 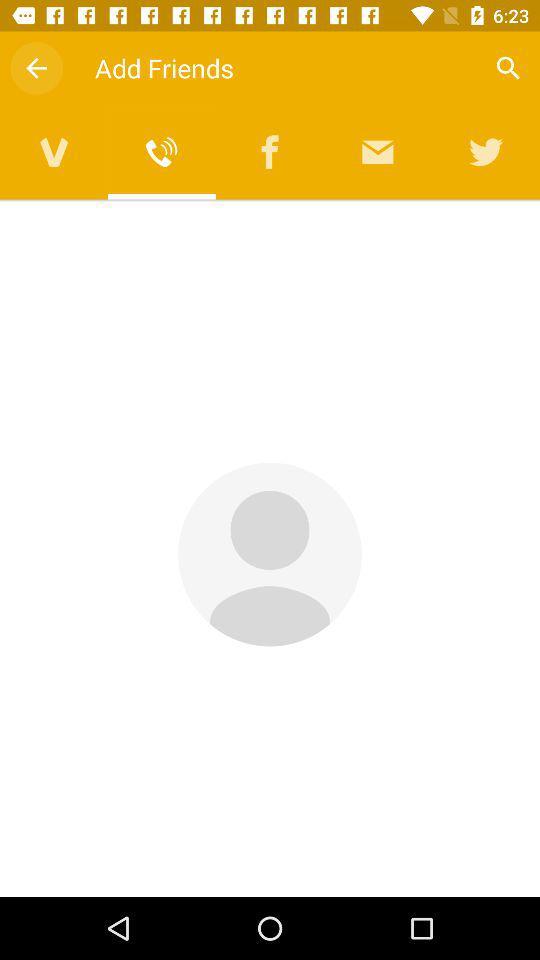 What do you see at coordinates (485, 151) in the screenshot?
I see `twitter account` at bounding box center [485, 151].